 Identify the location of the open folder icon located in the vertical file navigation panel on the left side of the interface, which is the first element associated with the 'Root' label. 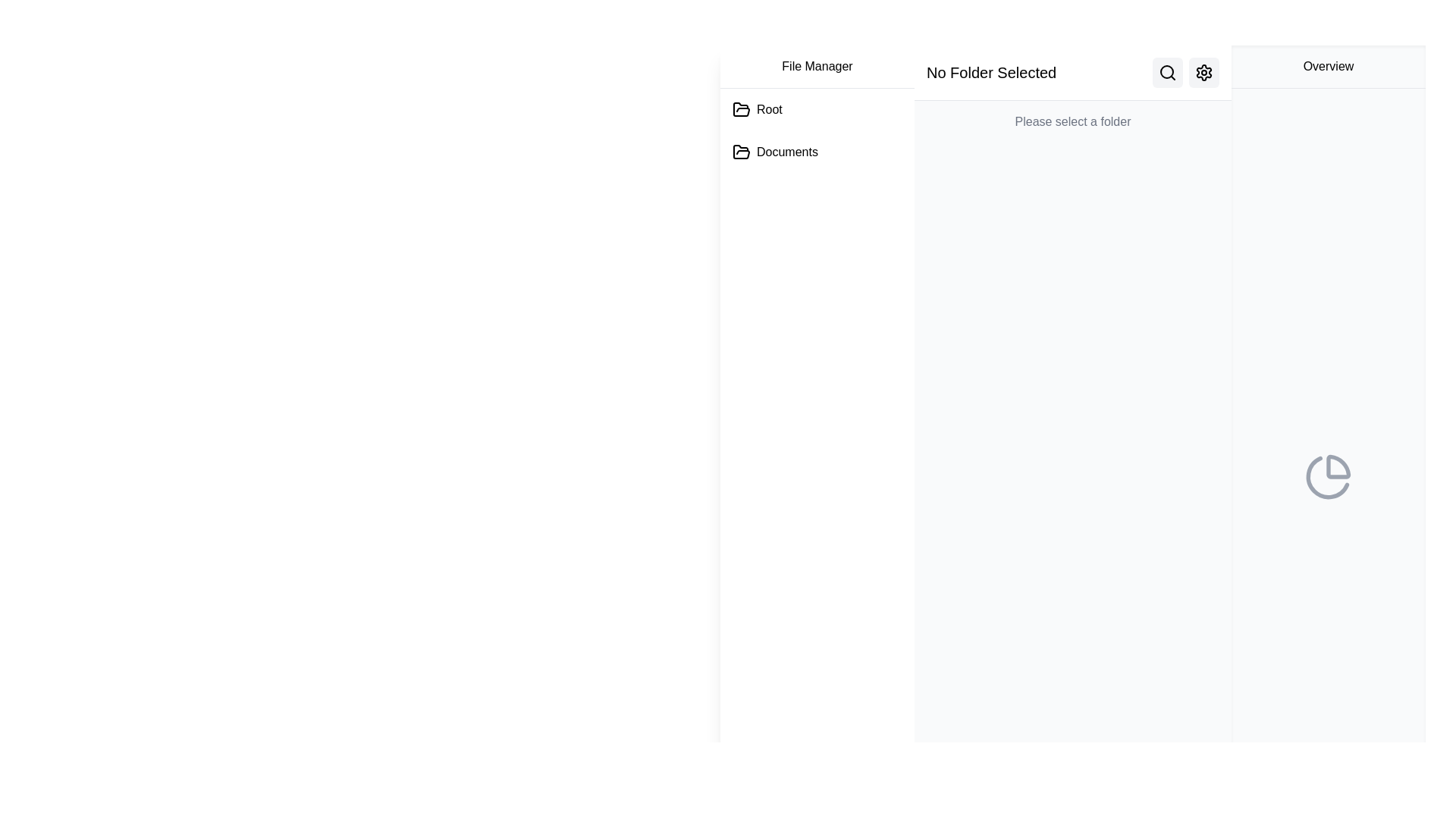
(742, 108).